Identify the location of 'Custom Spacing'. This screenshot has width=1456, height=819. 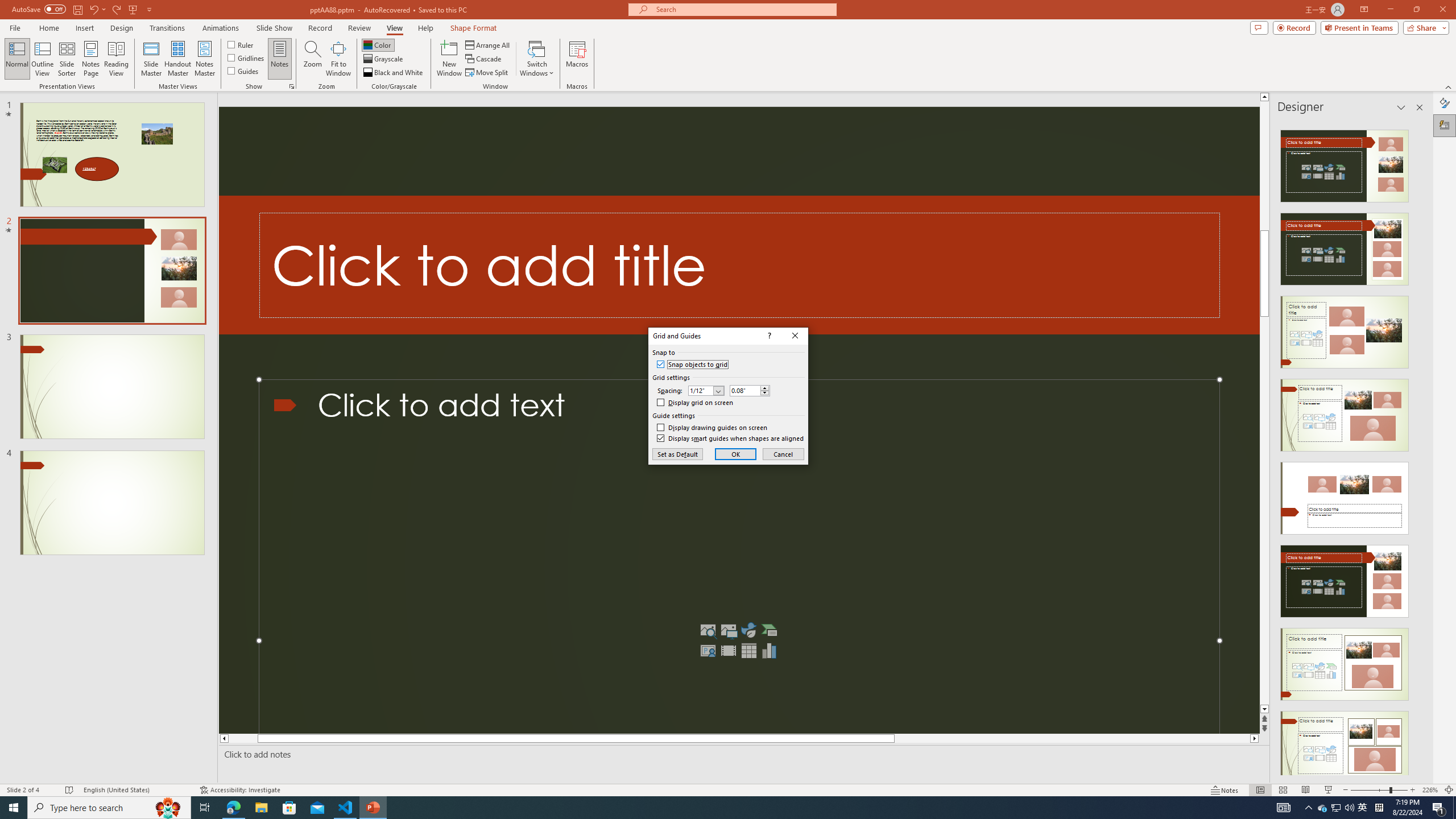
(749, 390).